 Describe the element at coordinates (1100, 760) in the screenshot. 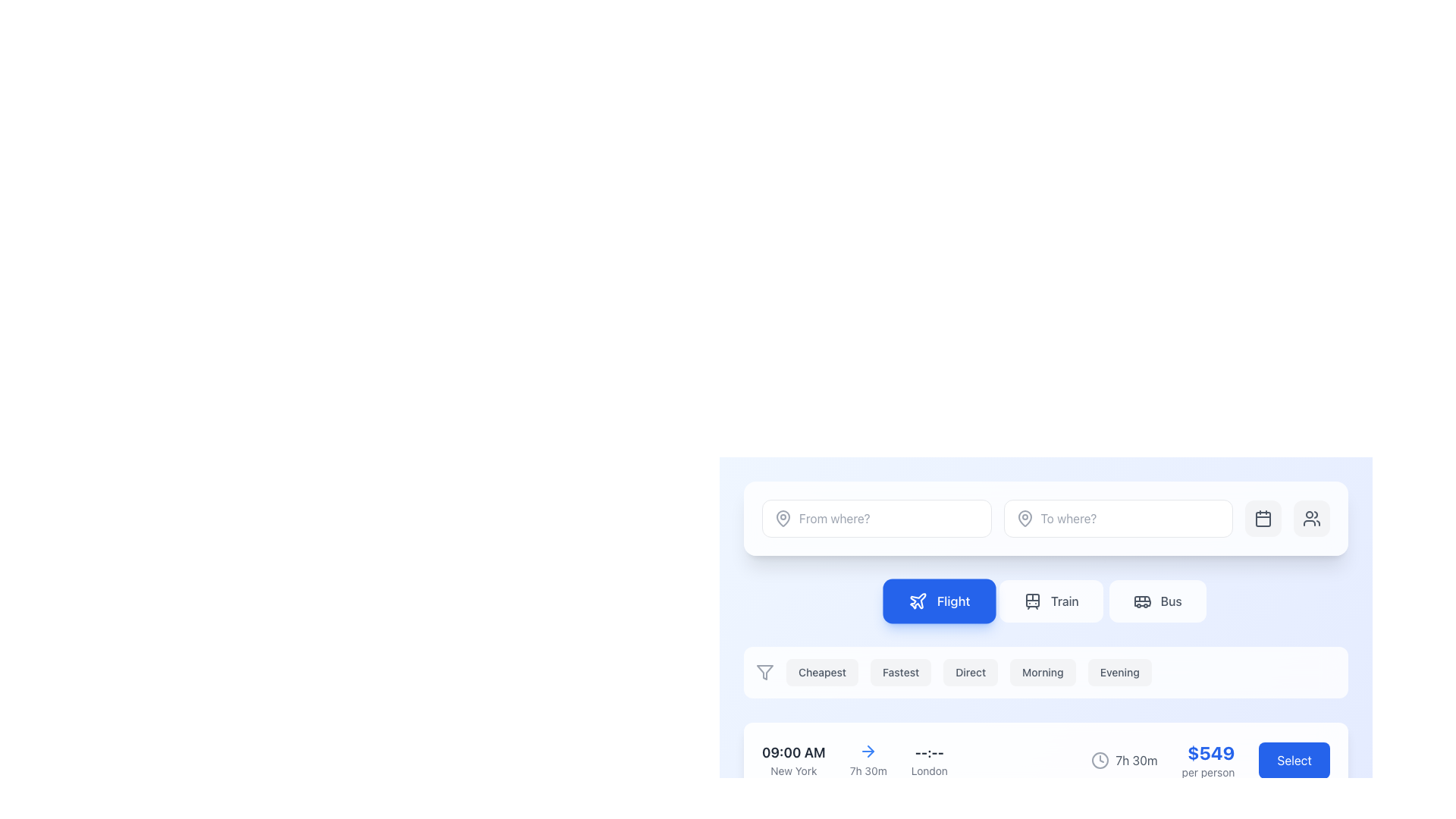

I see `the circular outline of the clock design icon, which is part of a row displaying travel-related information near the duration label '7h 30m'` at that location.